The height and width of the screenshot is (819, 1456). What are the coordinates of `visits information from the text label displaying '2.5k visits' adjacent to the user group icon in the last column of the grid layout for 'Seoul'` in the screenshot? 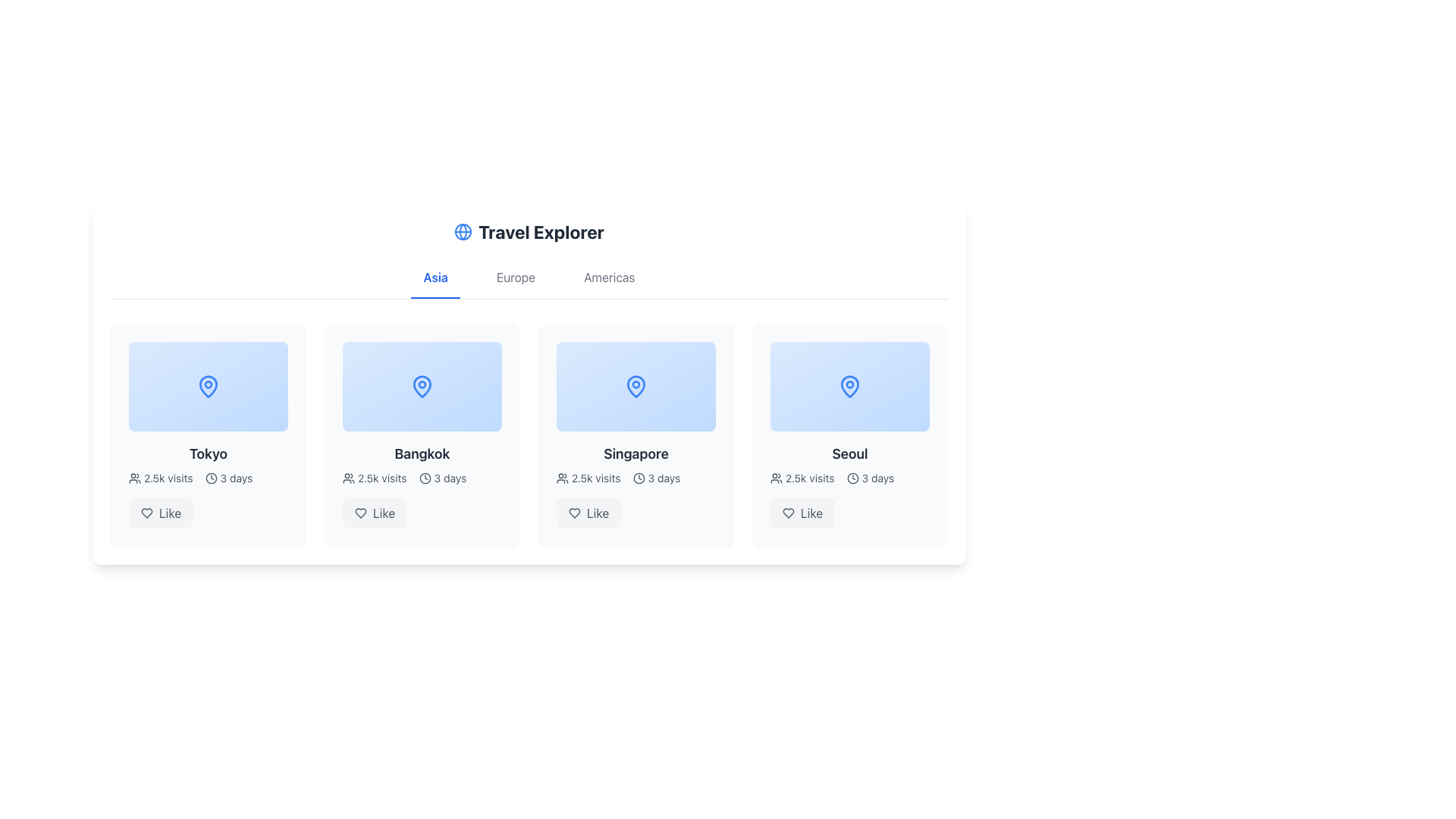 It's located at (802, 479).